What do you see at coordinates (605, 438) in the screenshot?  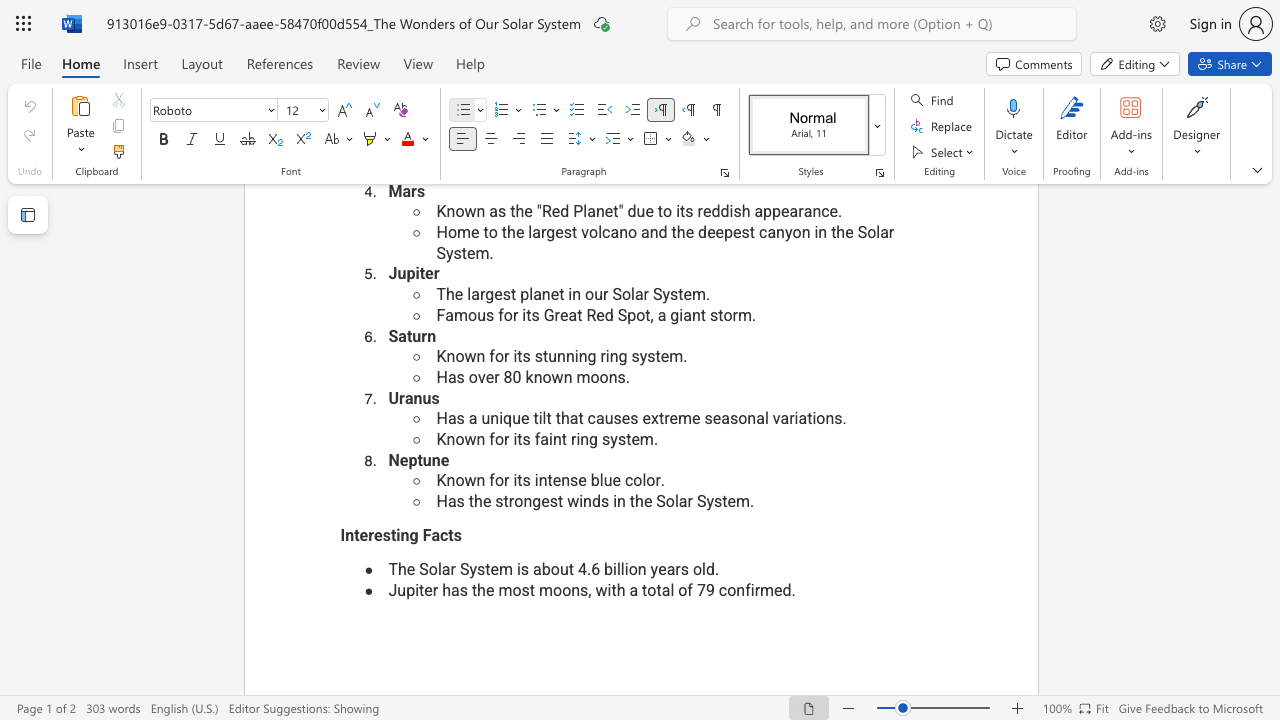 I see `the 2th character "s" in the text` at bounding box center [605, 438].